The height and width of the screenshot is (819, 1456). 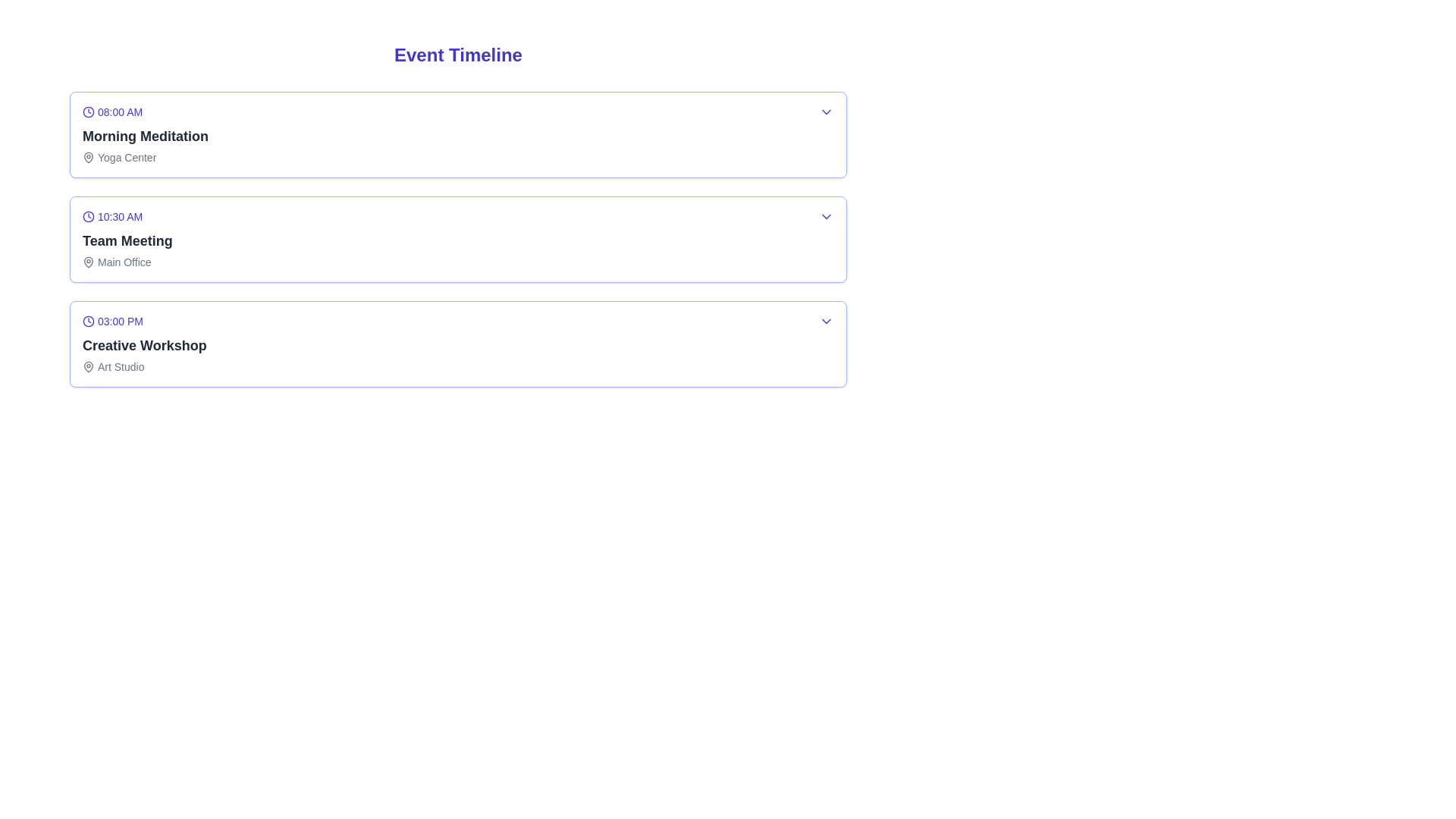 I want to click on the text heading element 'Event Timeline' which is prominently displayed at the top-center of the content area, so click(x=457, y=55).